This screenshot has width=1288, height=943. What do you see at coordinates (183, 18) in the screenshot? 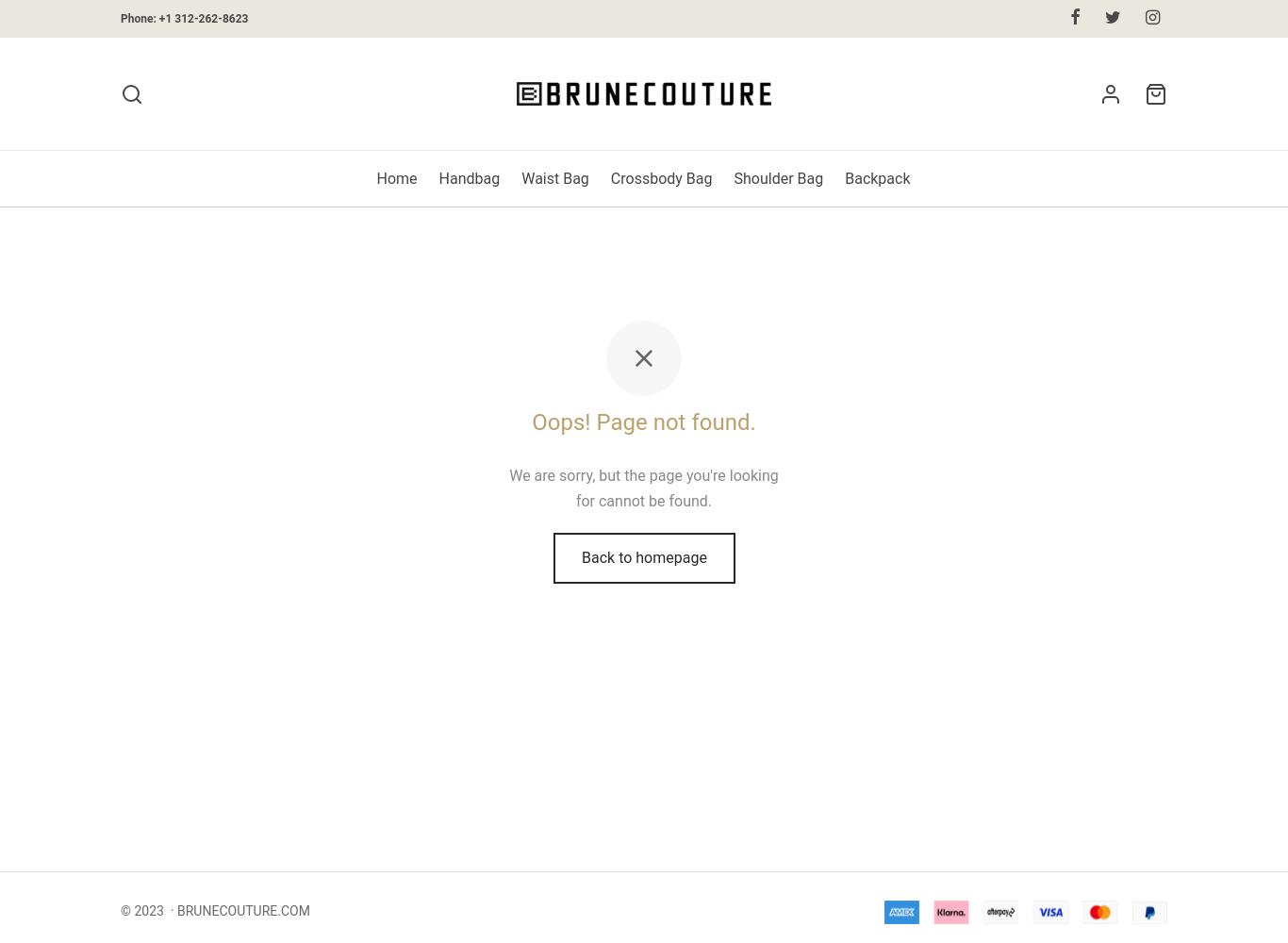
I see `'Phone: +1 312-262-8623'` at bounding box center [183, 18].